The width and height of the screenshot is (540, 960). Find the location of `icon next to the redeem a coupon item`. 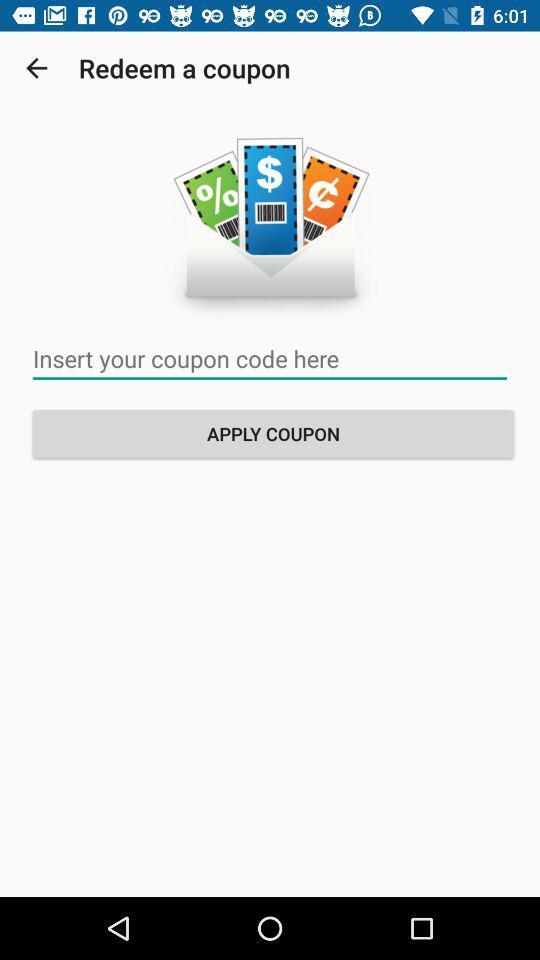

icon next to the redeem a coupon item is located at coordinates (36, 68).